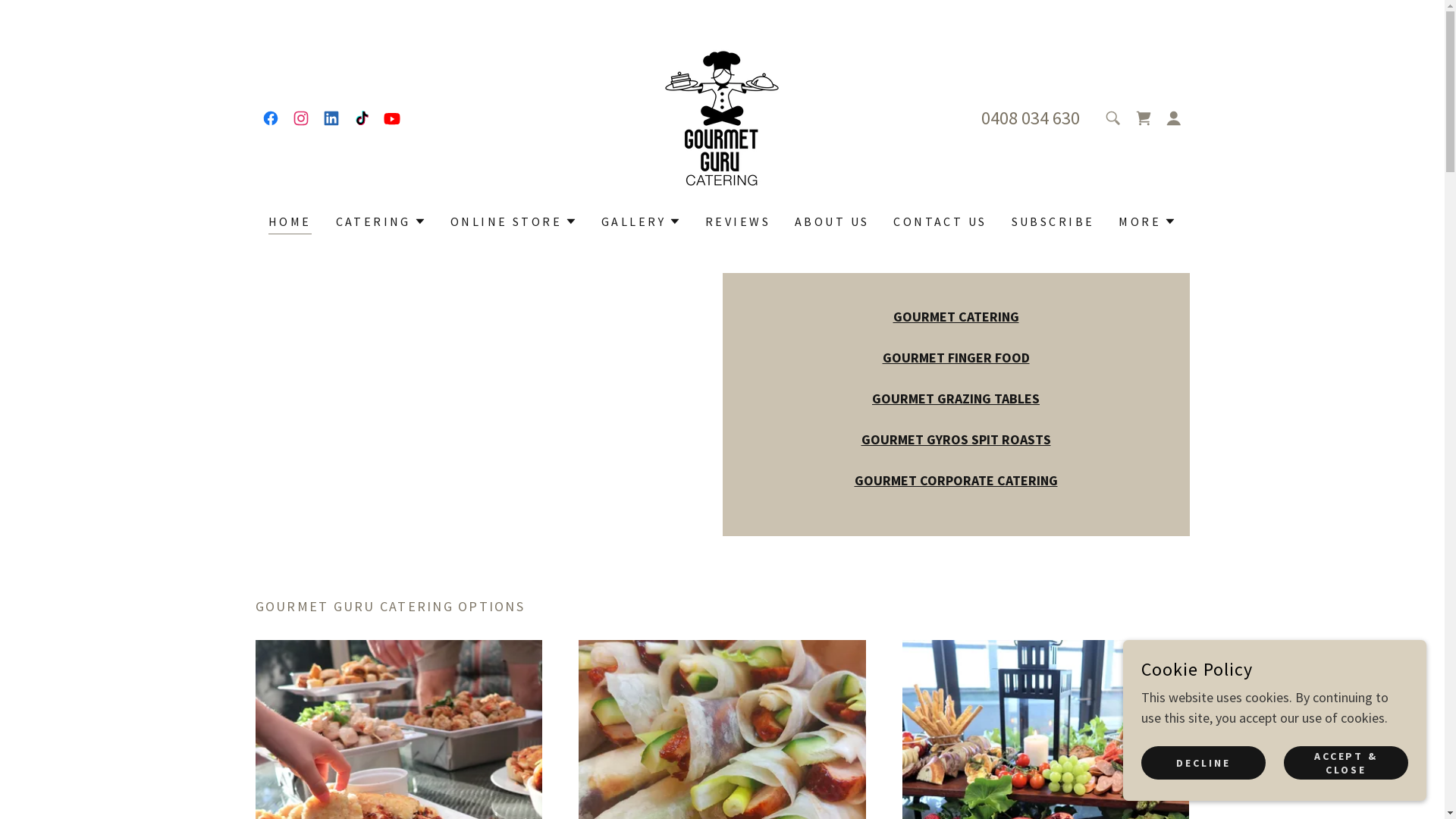 The image size is (1456, 819). What do you see at coordinates (831, 221) in the screenshot?
I see `'ABOUT US'` at bounding box center [831, 221].